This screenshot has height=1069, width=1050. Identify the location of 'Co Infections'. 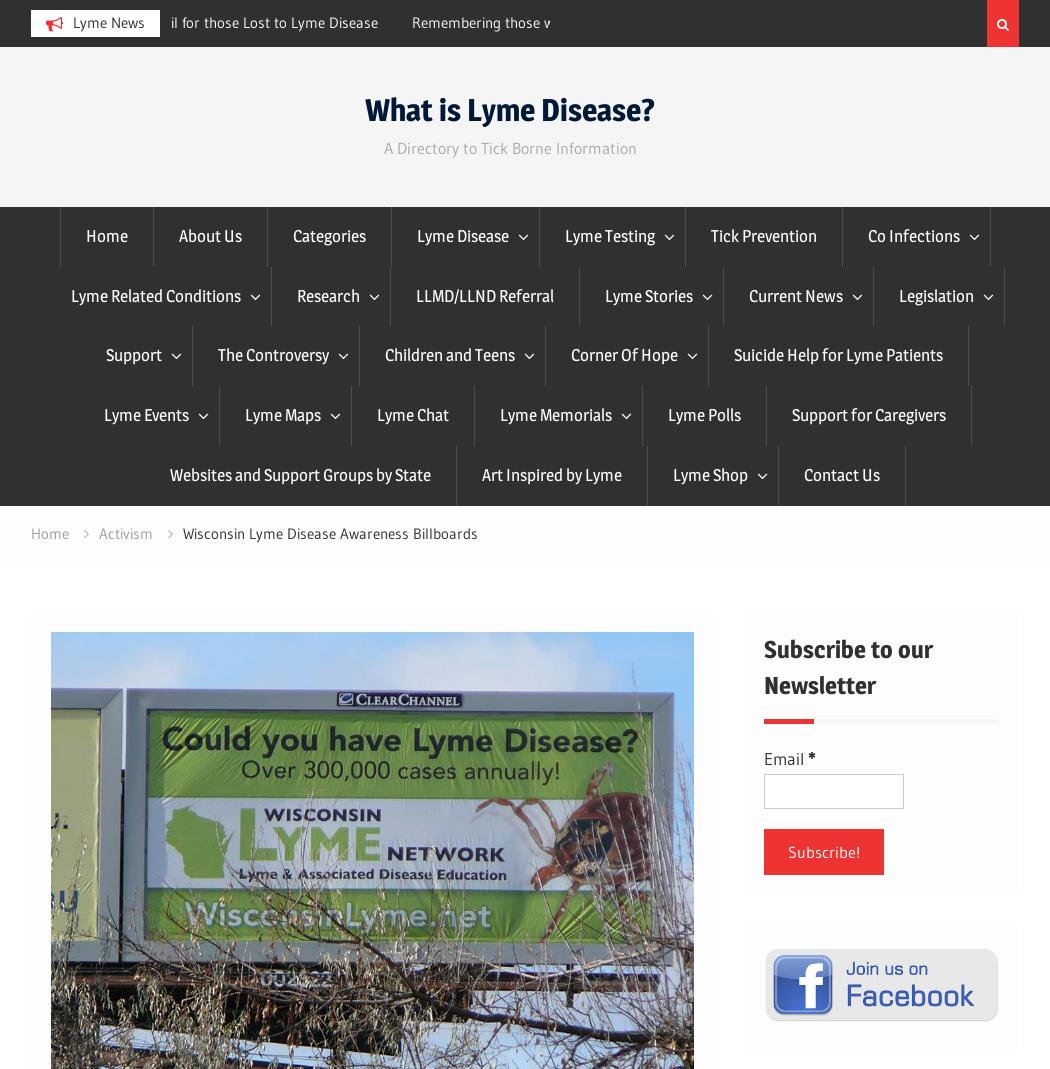
(912, 233).